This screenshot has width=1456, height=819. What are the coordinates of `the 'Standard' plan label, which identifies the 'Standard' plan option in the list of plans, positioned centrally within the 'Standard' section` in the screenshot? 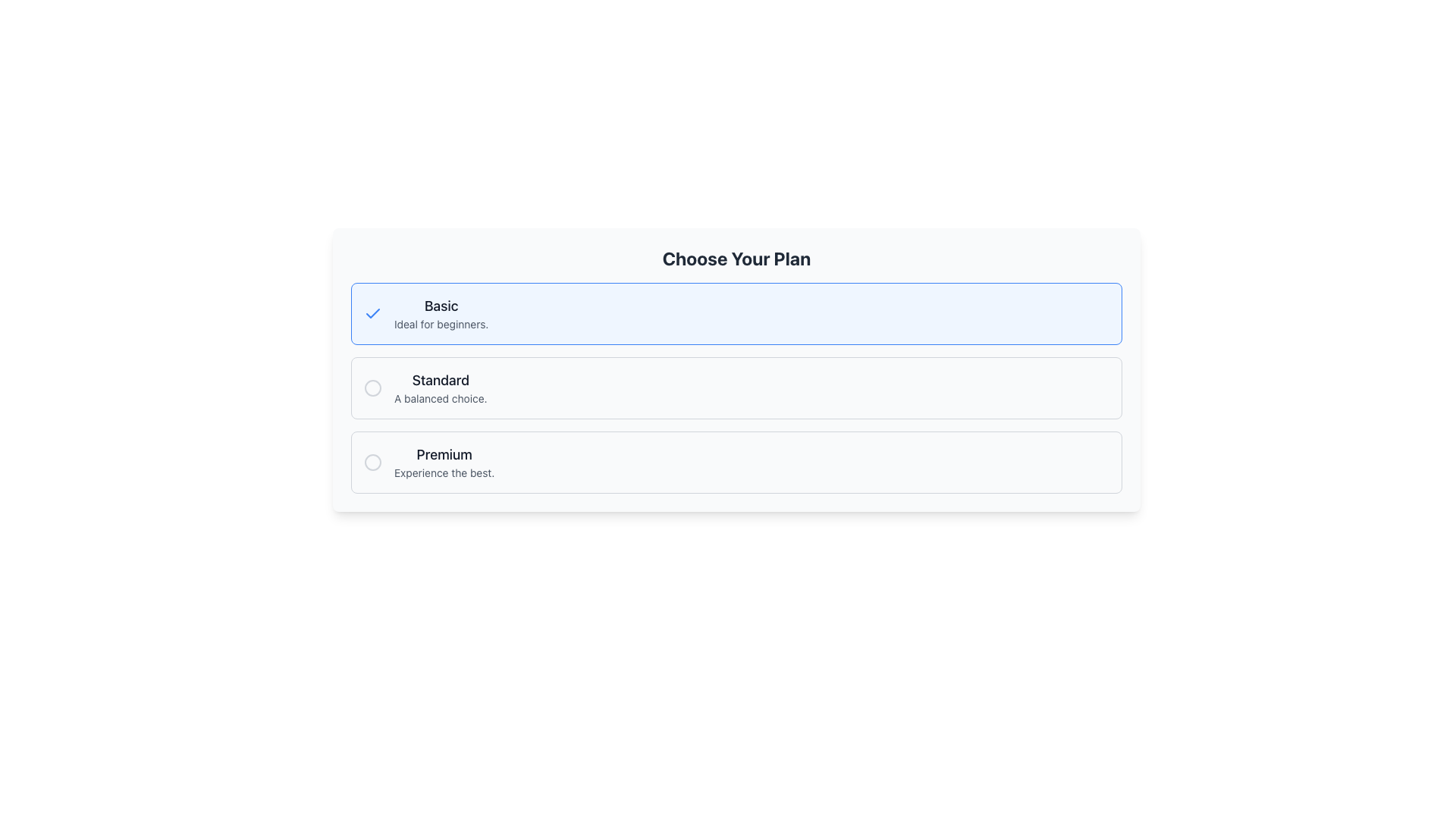 It's located at (440, 379).